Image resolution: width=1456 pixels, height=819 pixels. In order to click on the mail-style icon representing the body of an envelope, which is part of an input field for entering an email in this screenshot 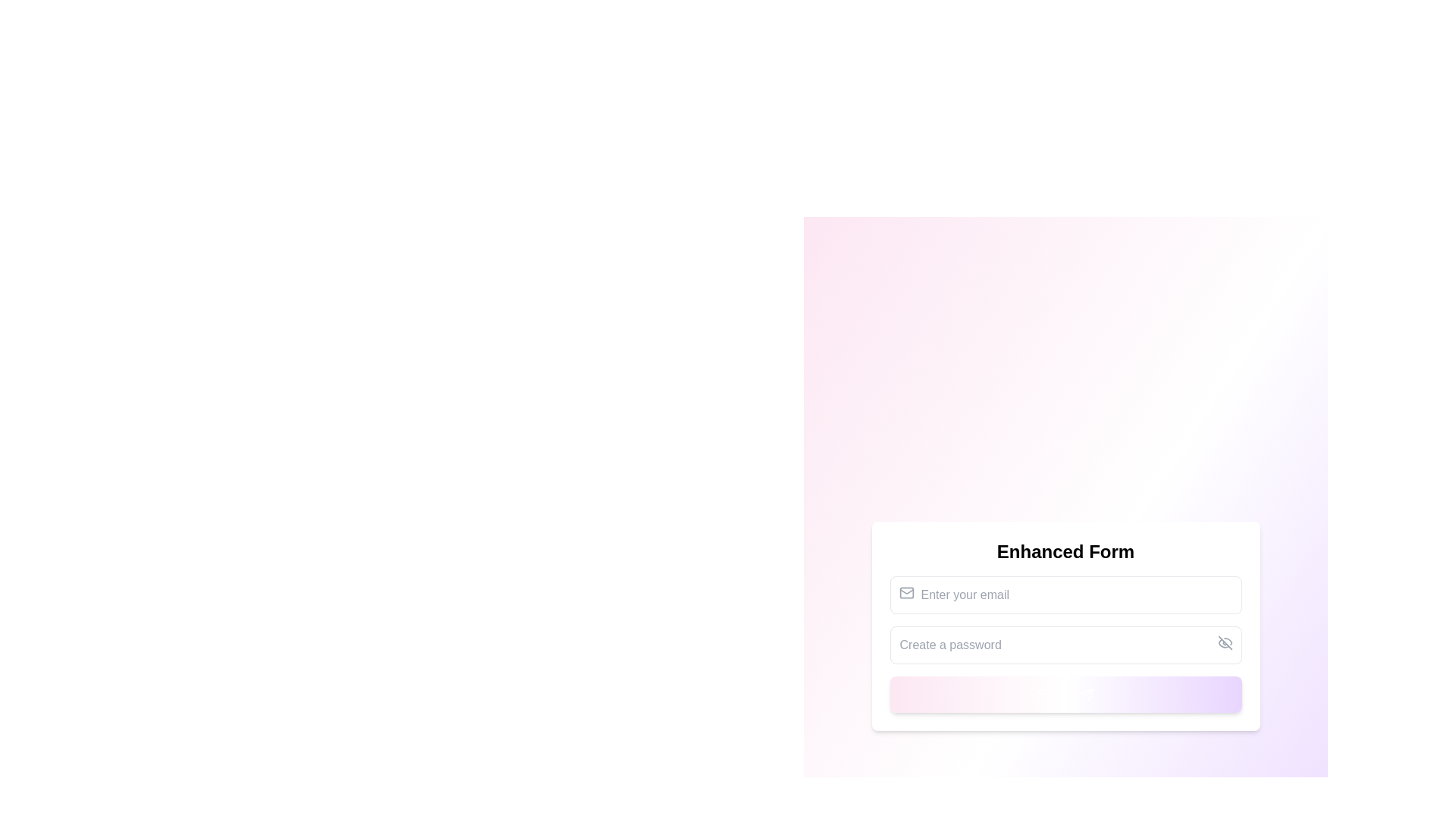, I will do `click(906, 592)`.